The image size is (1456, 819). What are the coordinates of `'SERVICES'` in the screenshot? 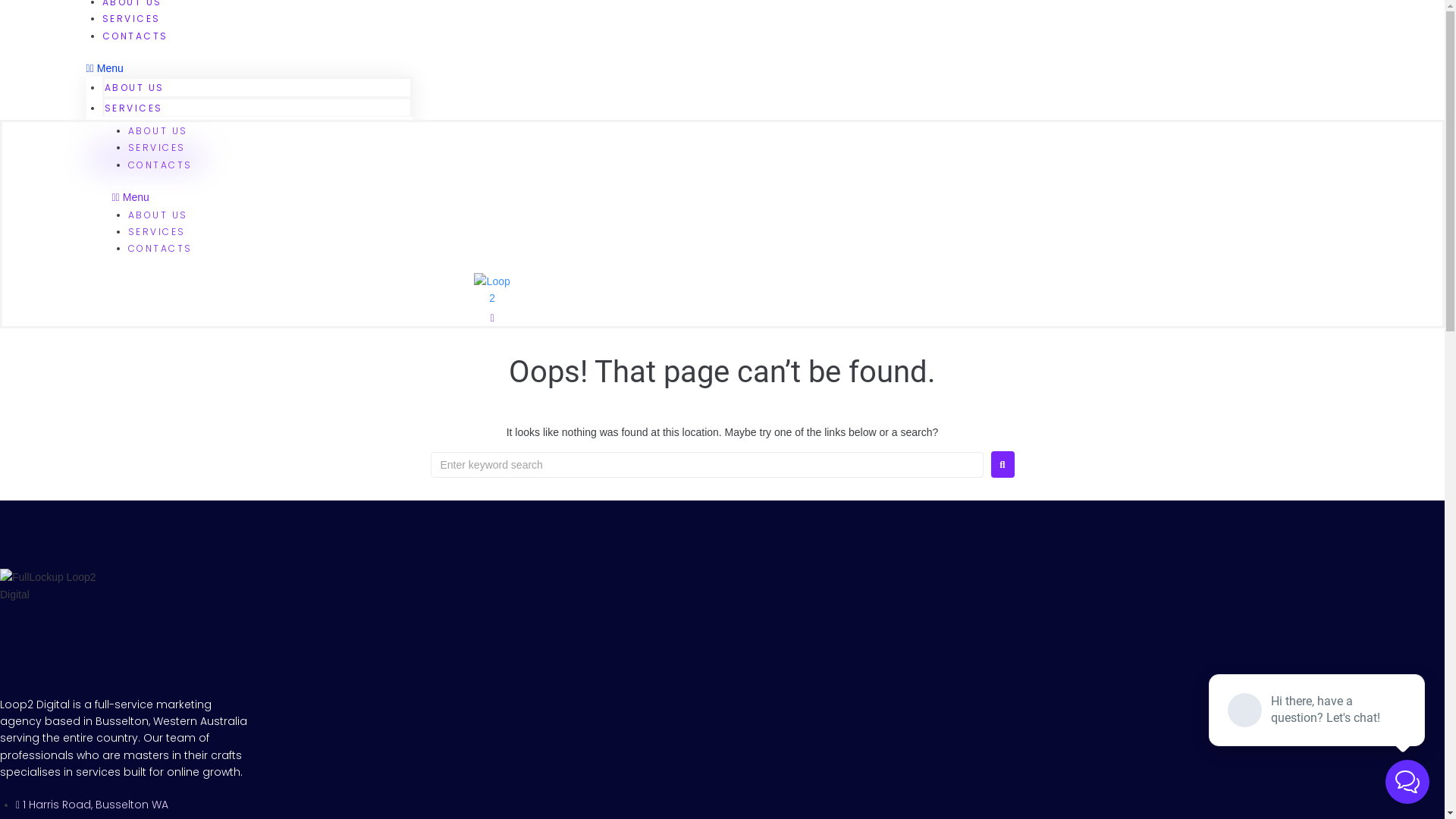 It's located at (156, 231).